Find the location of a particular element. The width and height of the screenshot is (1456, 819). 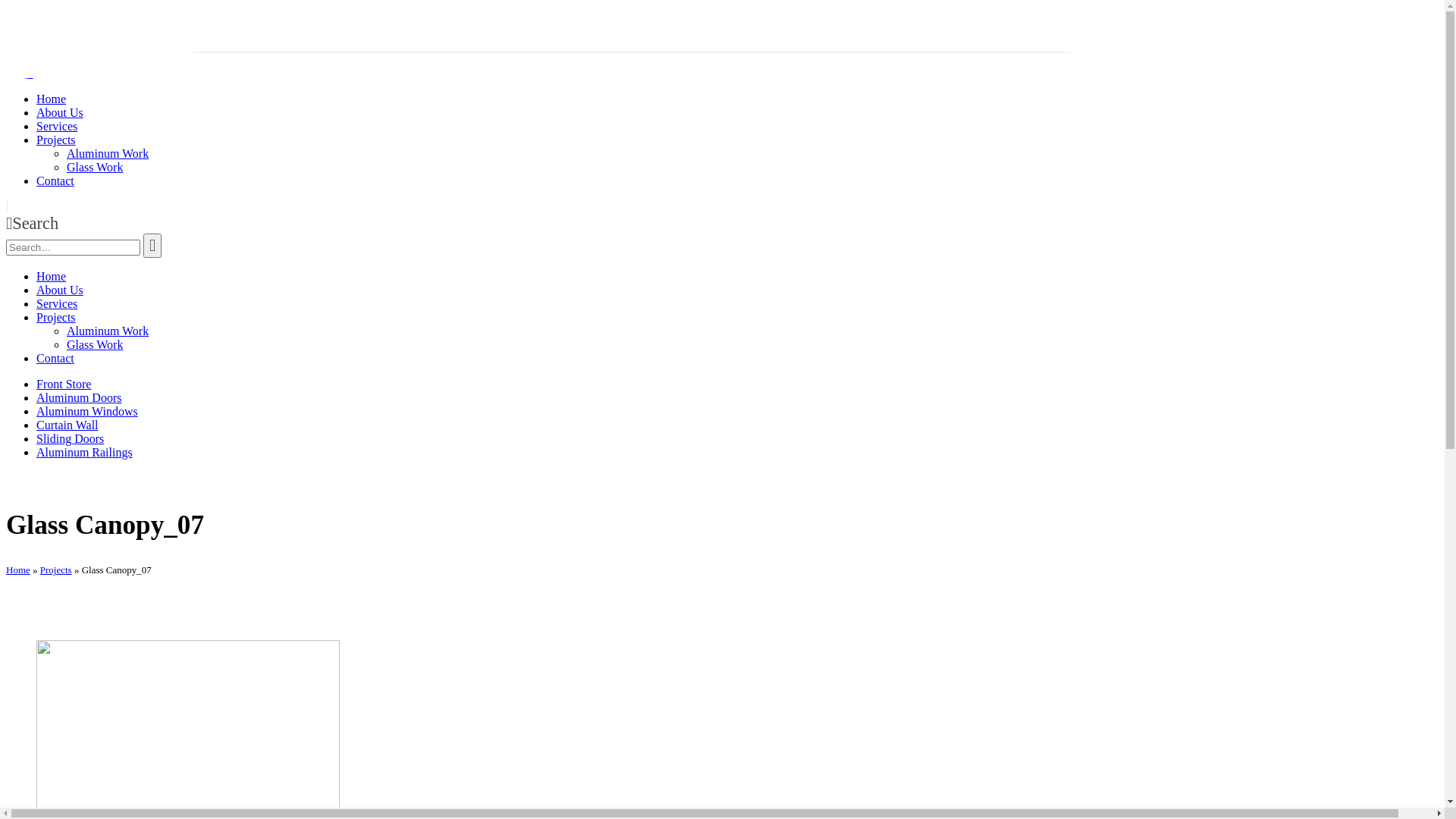

'Aluminum Railings' is located at coordinates (36, 451).